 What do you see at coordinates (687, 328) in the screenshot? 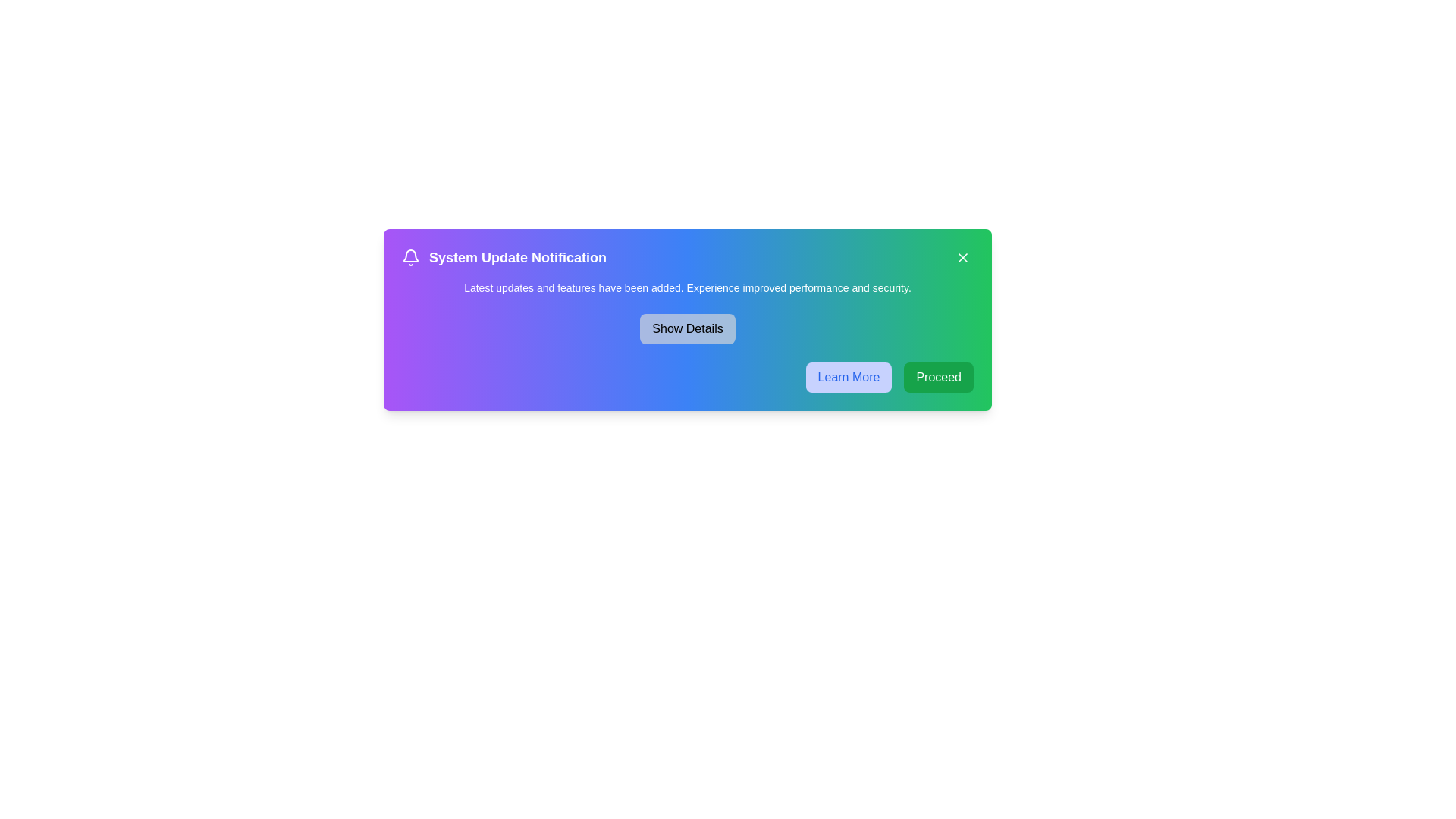
I see `the 'Show Details' button, which is a rounded rectangle with a semi-transparent gray background and centered black text, to trigger the color change effect` at bounding box center [687, 328].